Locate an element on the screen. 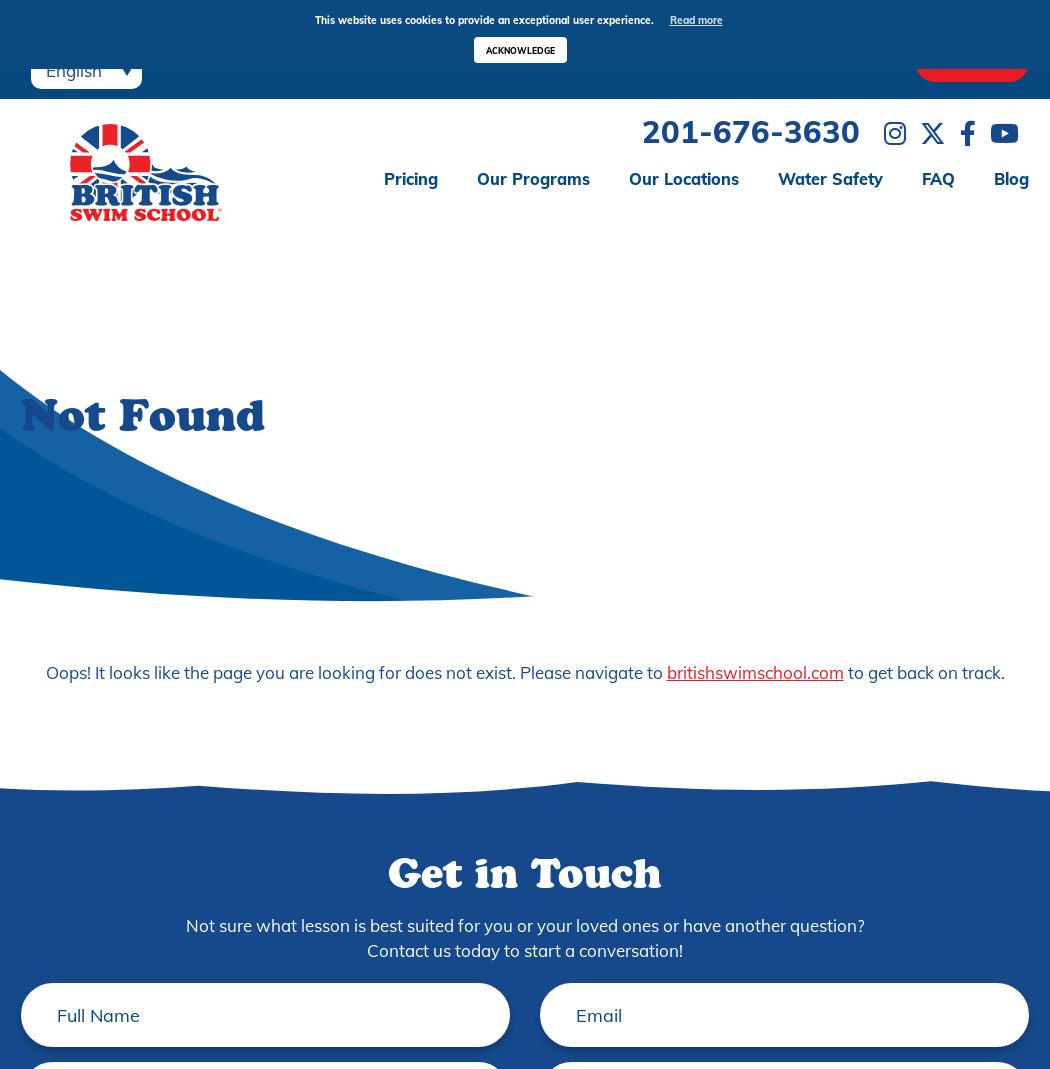  'Spanish' is located at coordinates (77, 98).